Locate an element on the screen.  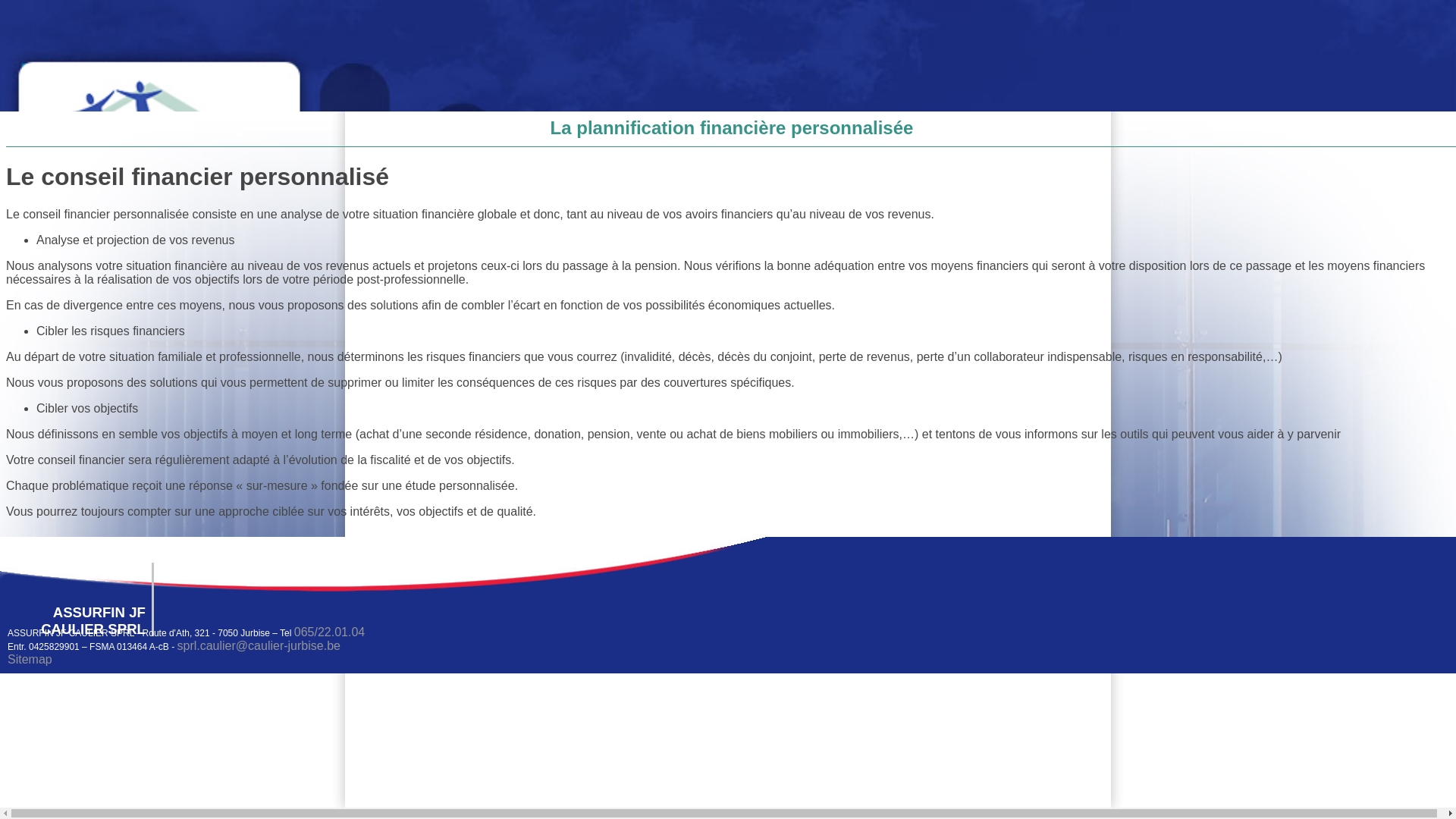
'065/22.01.04' is located at coordinates (328, 632).